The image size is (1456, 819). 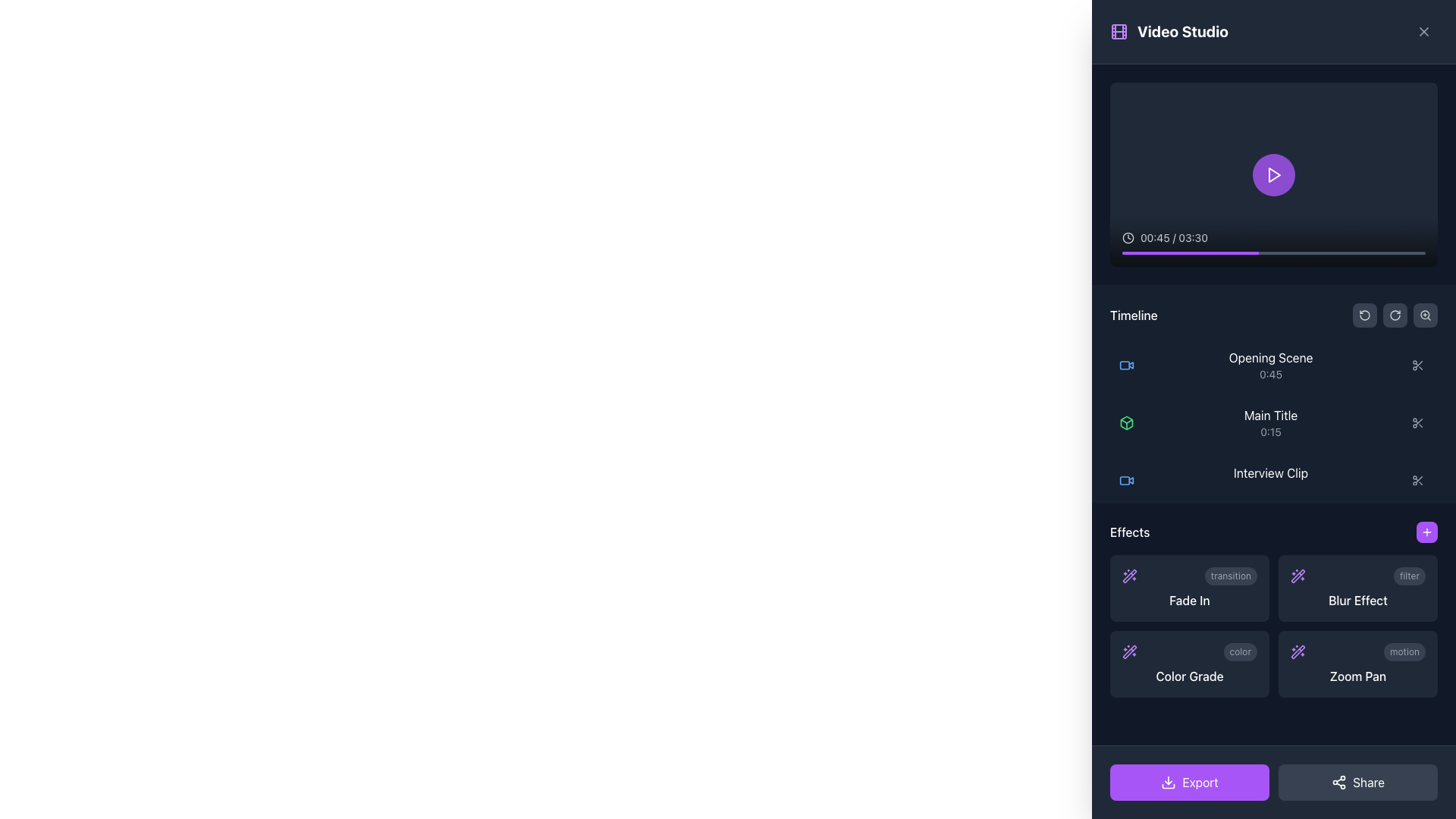 What do you see at coordinates (1270, 472) in the screenshot?
I see `the 'Interview Clip' text label styled in white within the Timeline section of the application, specifically located under the Main Title entry` at bounding box center [1270, 472].